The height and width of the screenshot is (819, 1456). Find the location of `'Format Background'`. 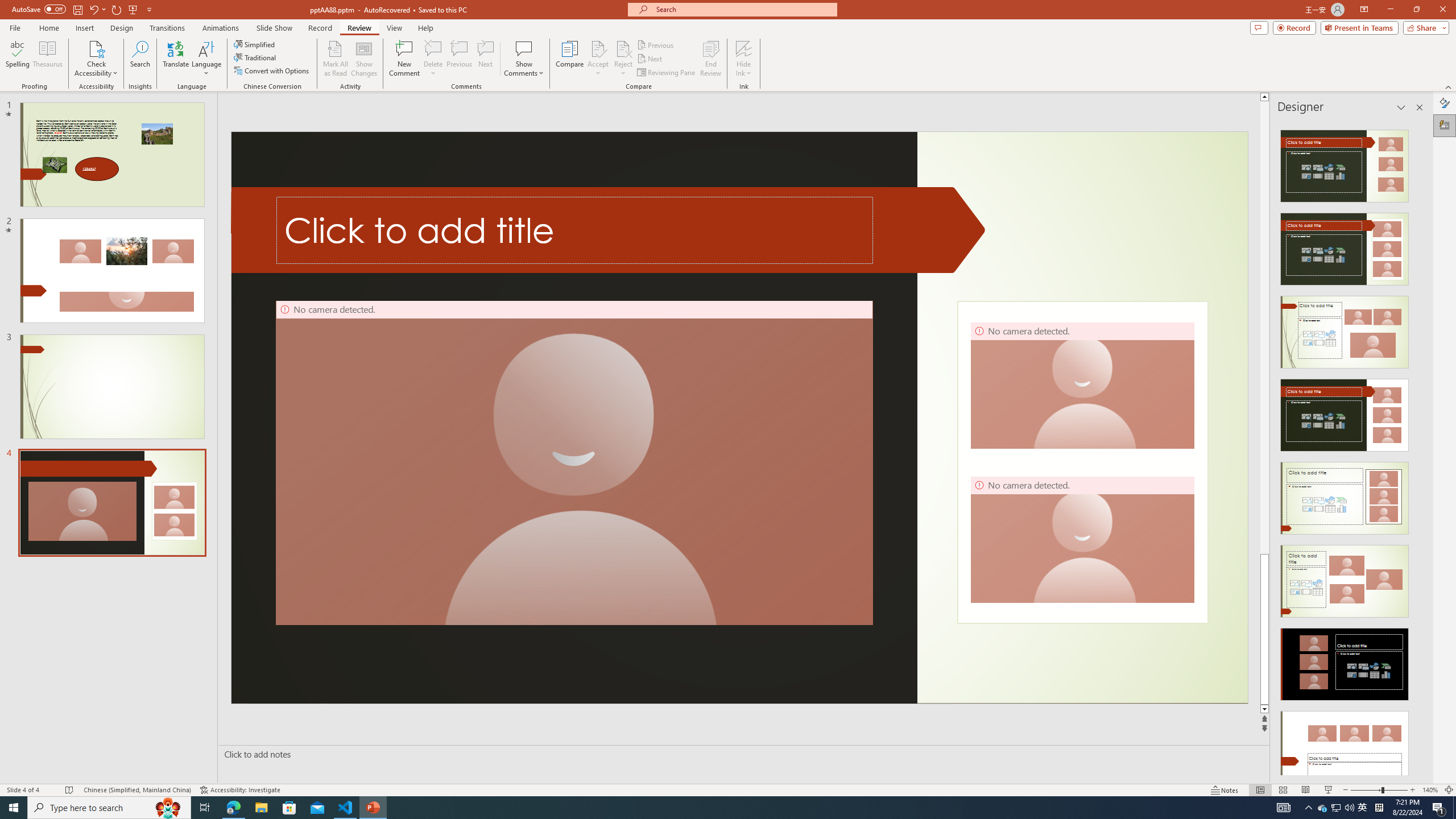

'Format Background' is located at coordinates (1444, 102).